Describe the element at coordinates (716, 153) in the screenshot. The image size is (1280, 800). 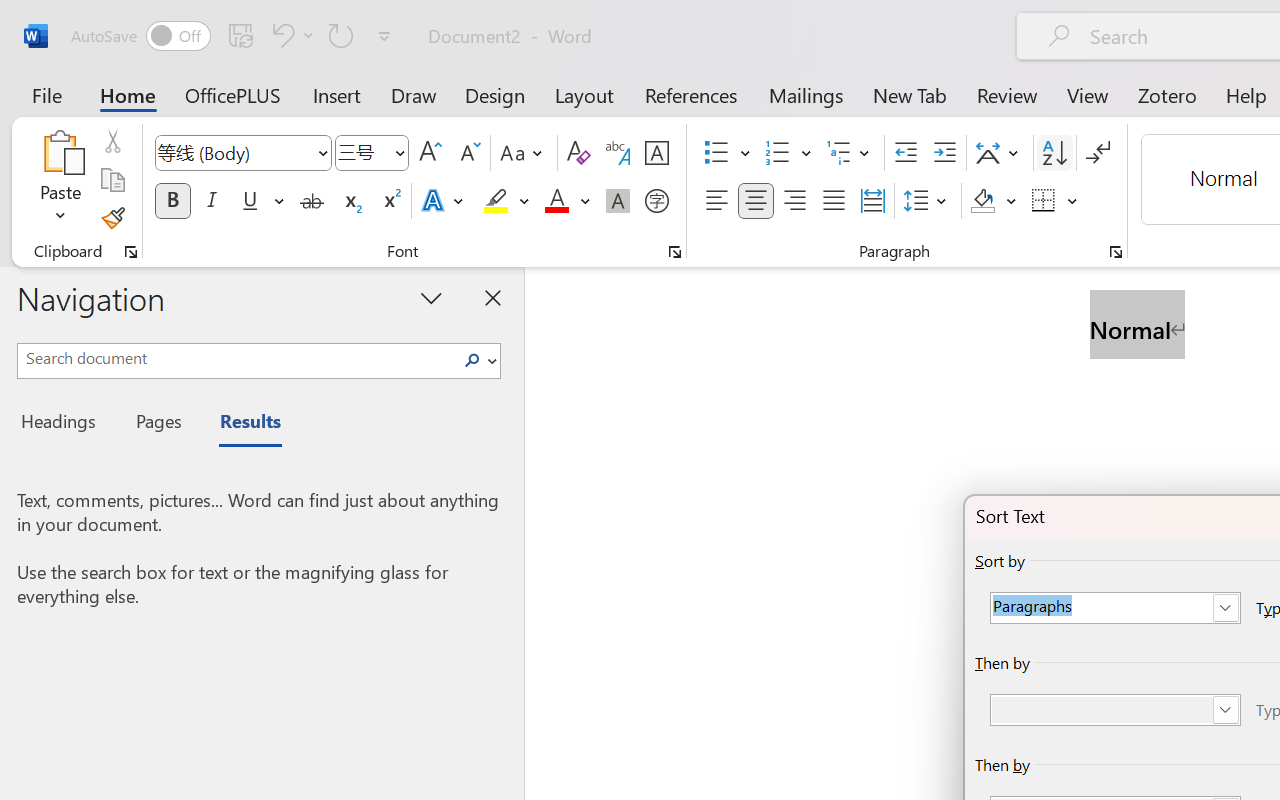
I see `'Bullets'` at that location.